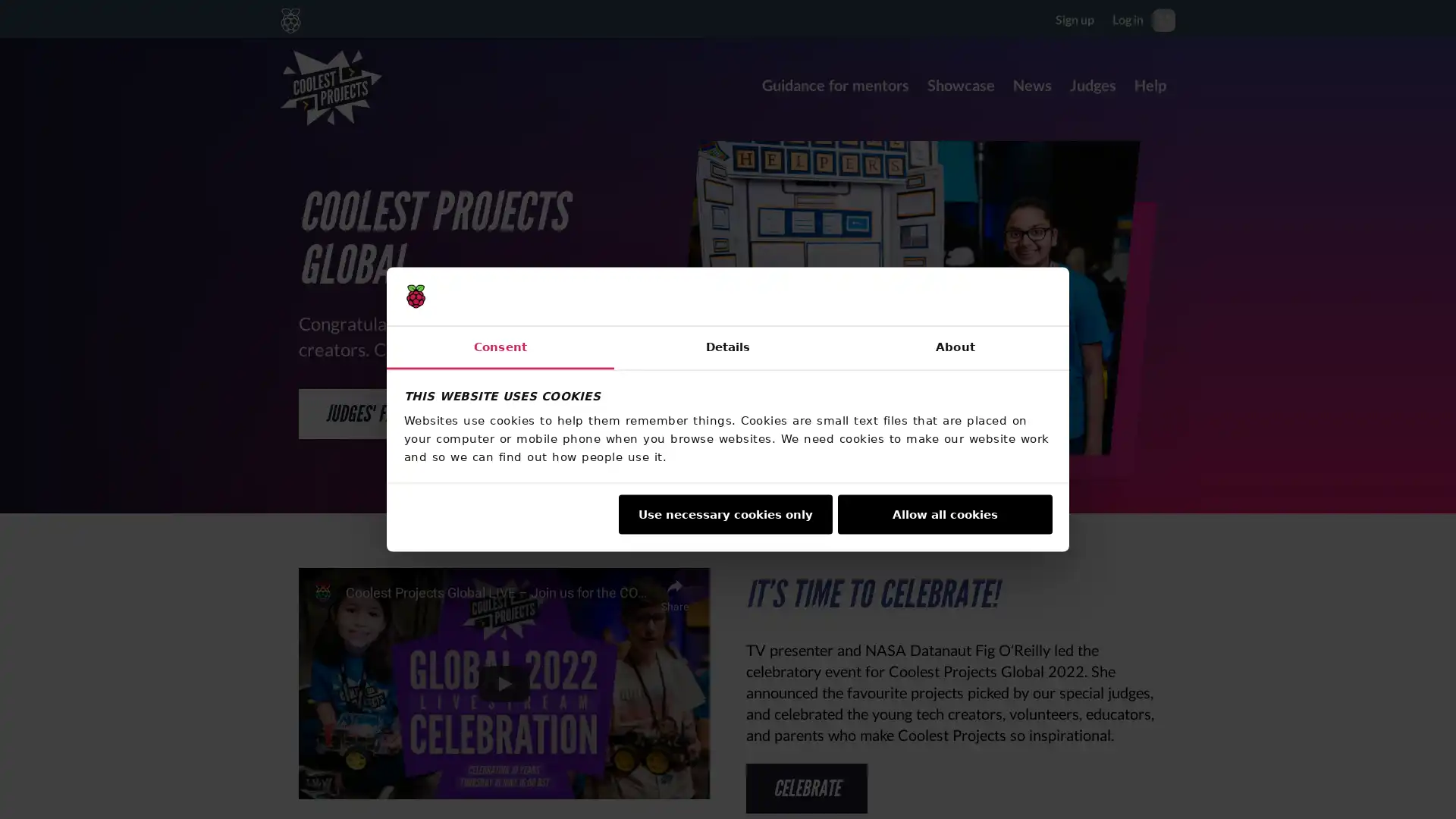 The image size is (1456, 819). What do you see at coordinates (944, 513) in the screenshot?
I see `Allow all cookies` at bounding box center [944, 513].